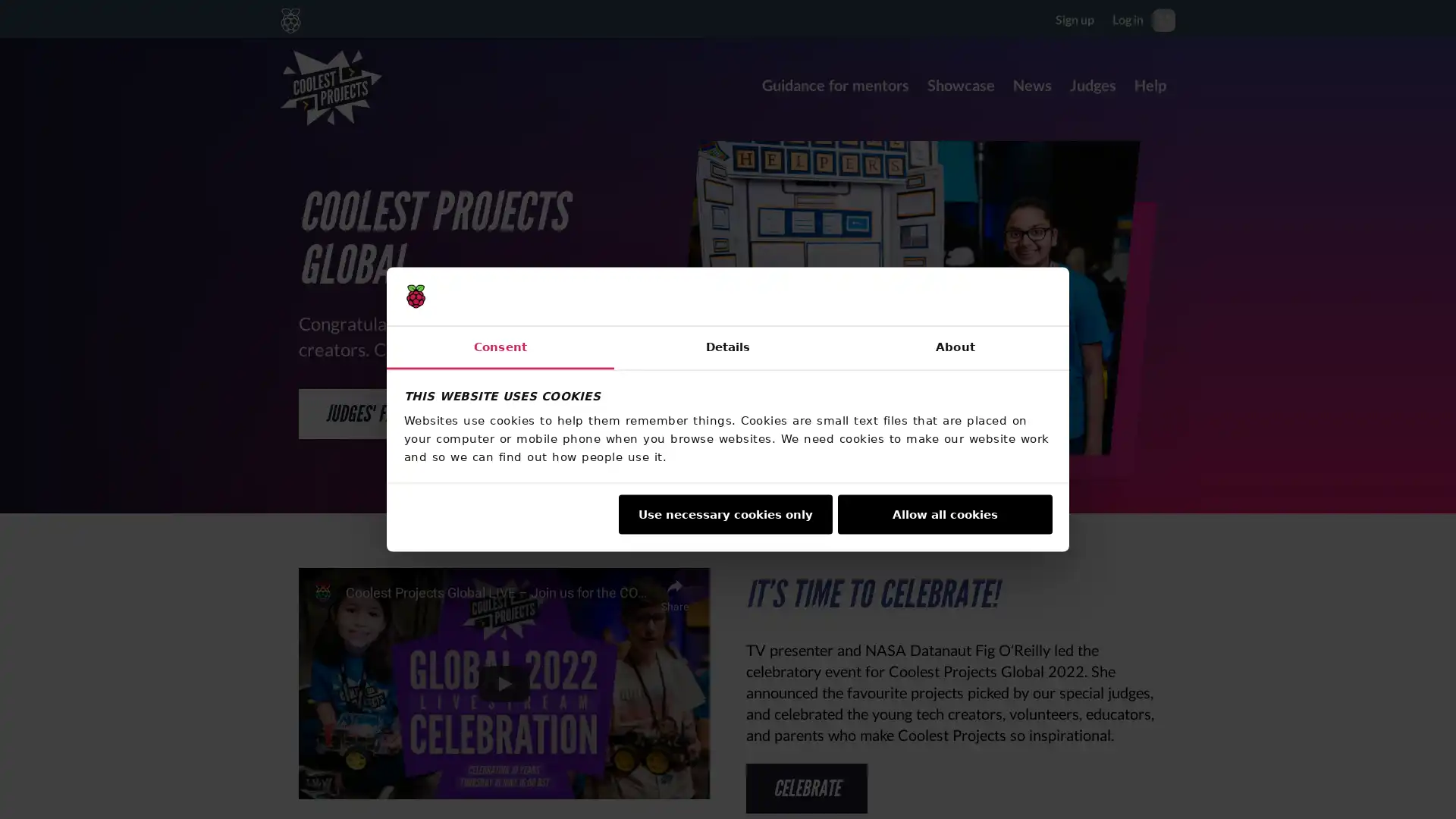 The image size is (1456, 819). What do you see at coordinates (944, 513) in the screenshot?
I see `Allow all cookies` at bounding box center [944, 513].